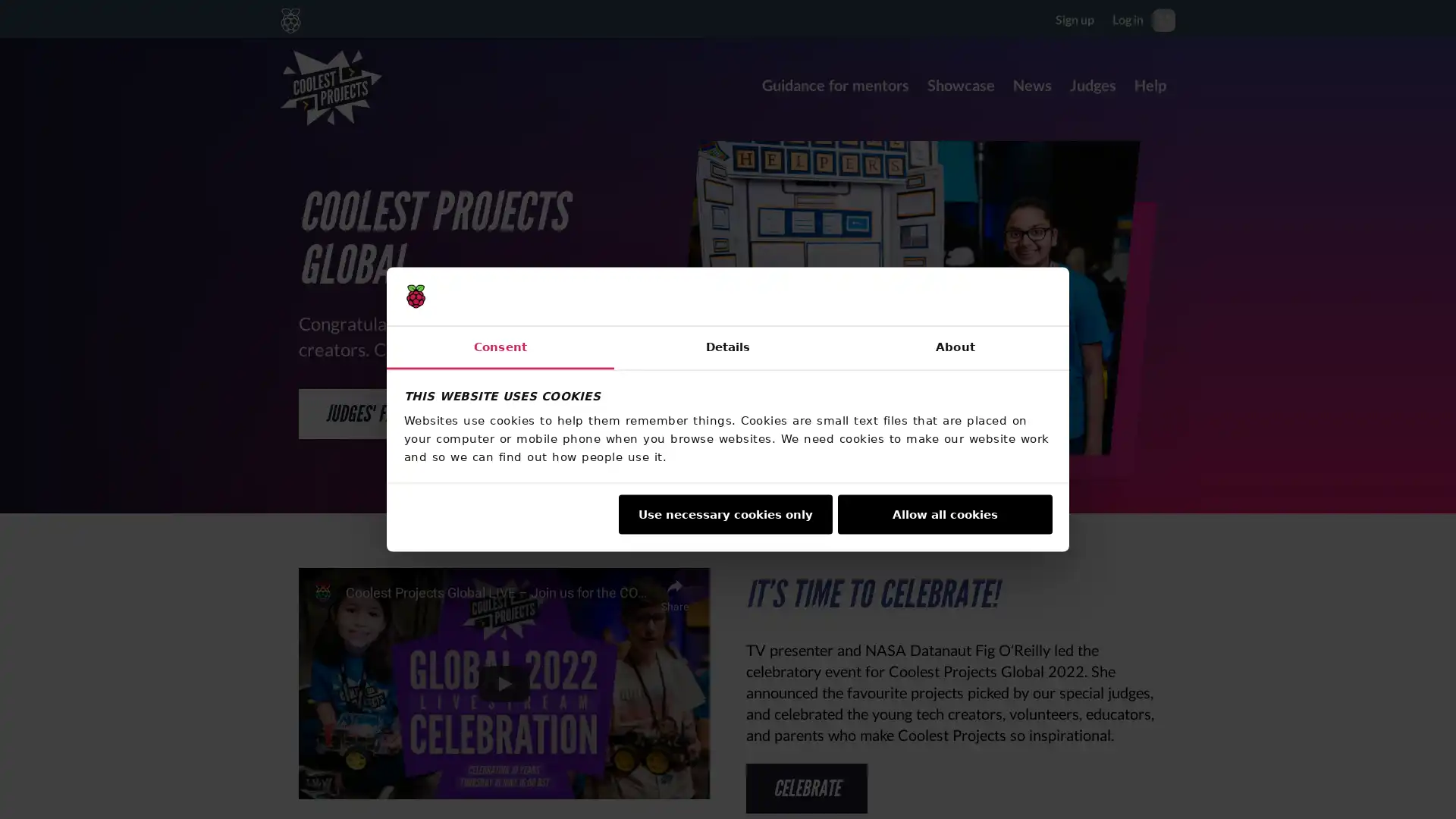 The image size is (1456, 819). What do you see at coordinates (944, 513) in the screenshot?
I see `Allow all cookies` at bounding box center [944, 513].